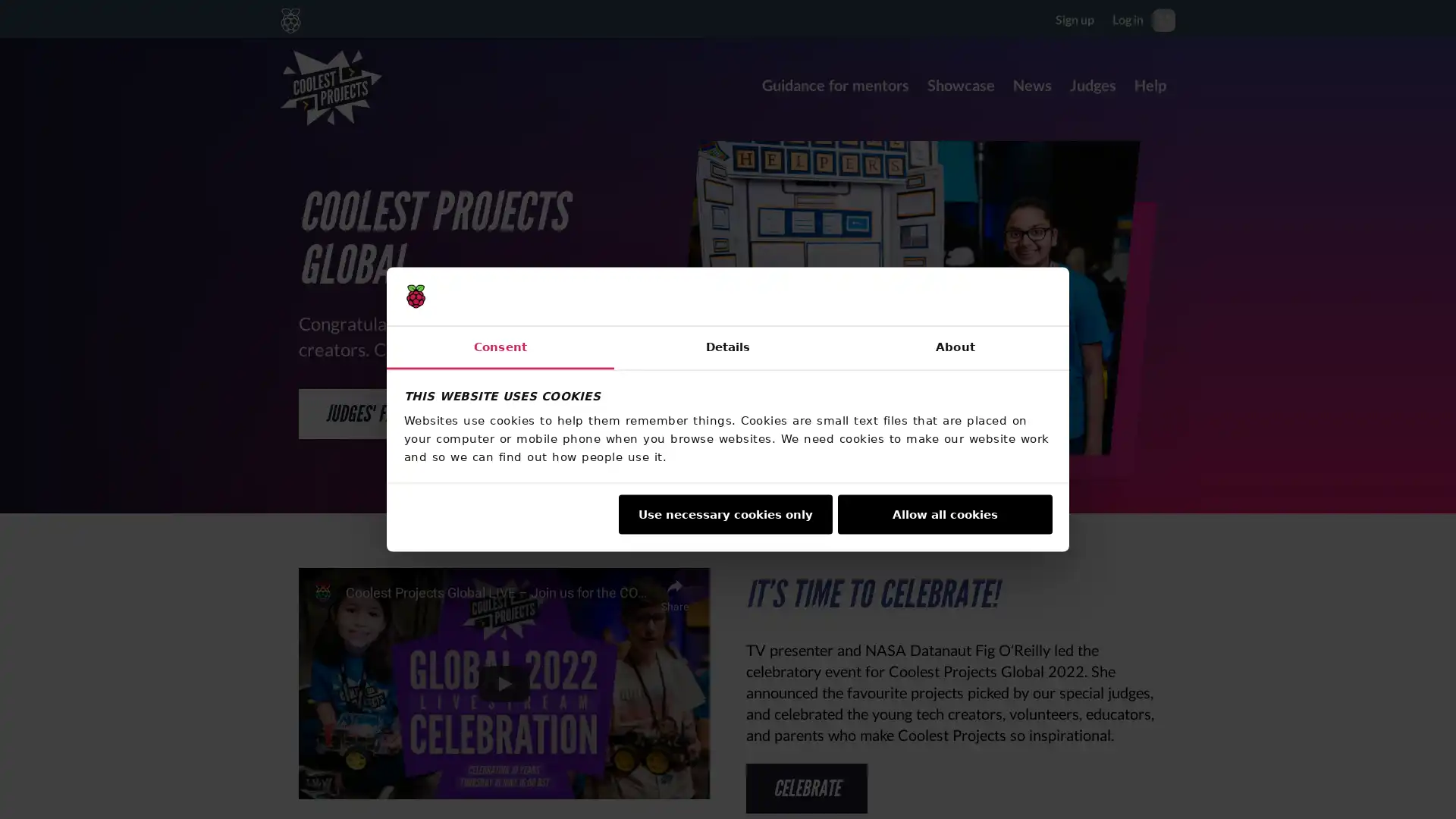 The image size is (1456, 819). What do you see at coordinates (944, 513) in the screenshot?
I see `Allow all cookies` at bounding box center [944, 513].